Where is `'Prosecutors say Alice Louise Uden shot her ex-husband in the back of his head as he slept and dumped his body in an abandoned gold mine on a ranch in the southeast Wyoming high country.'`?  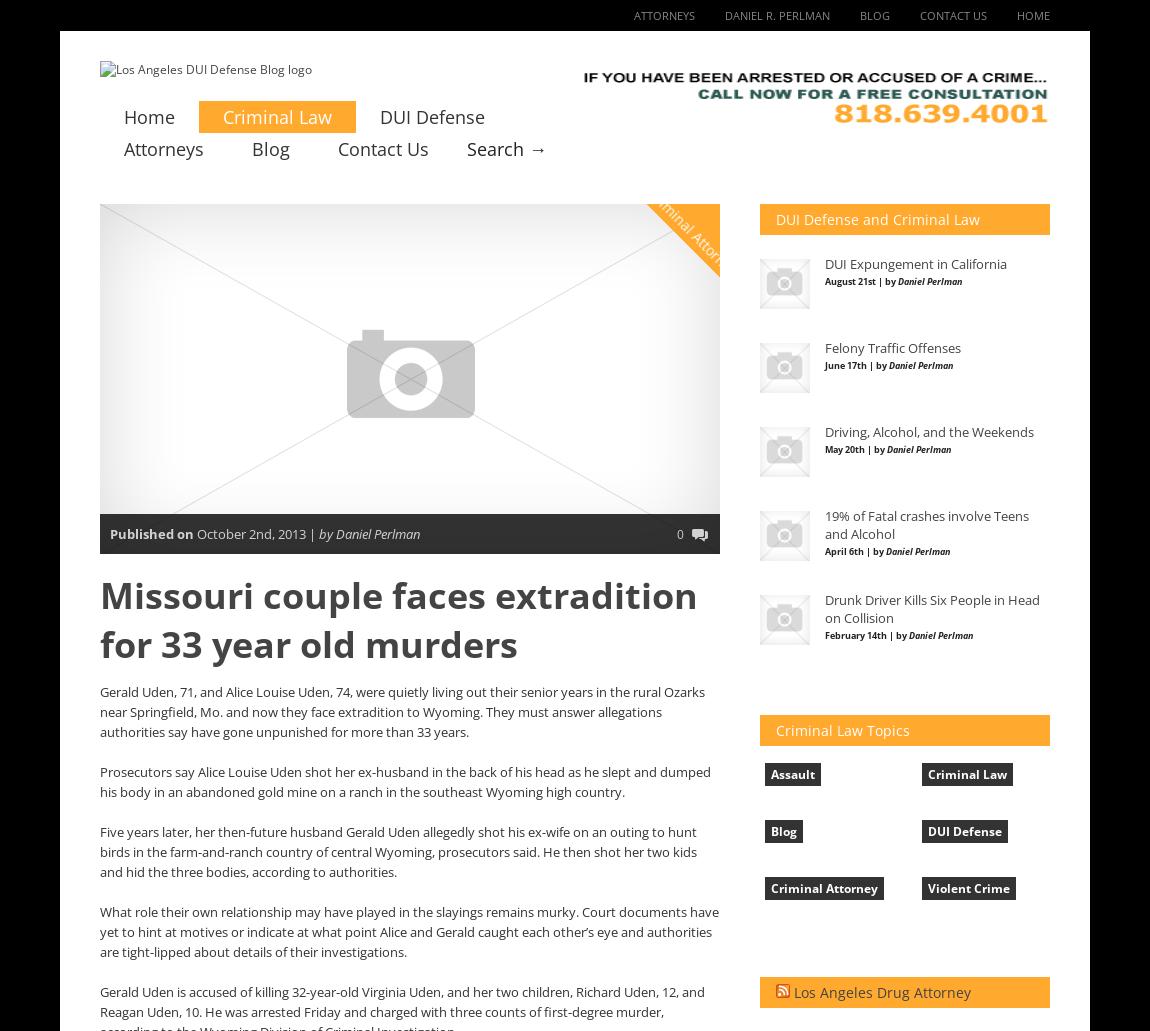
'Prosecutors say Alice Louise Uden shot her ex-husband in the back of his head as he slept and dumped his body in an abandoned gold mine on a ranch in the southeast Wyoming high country.' is located at coordinates (405, 781).